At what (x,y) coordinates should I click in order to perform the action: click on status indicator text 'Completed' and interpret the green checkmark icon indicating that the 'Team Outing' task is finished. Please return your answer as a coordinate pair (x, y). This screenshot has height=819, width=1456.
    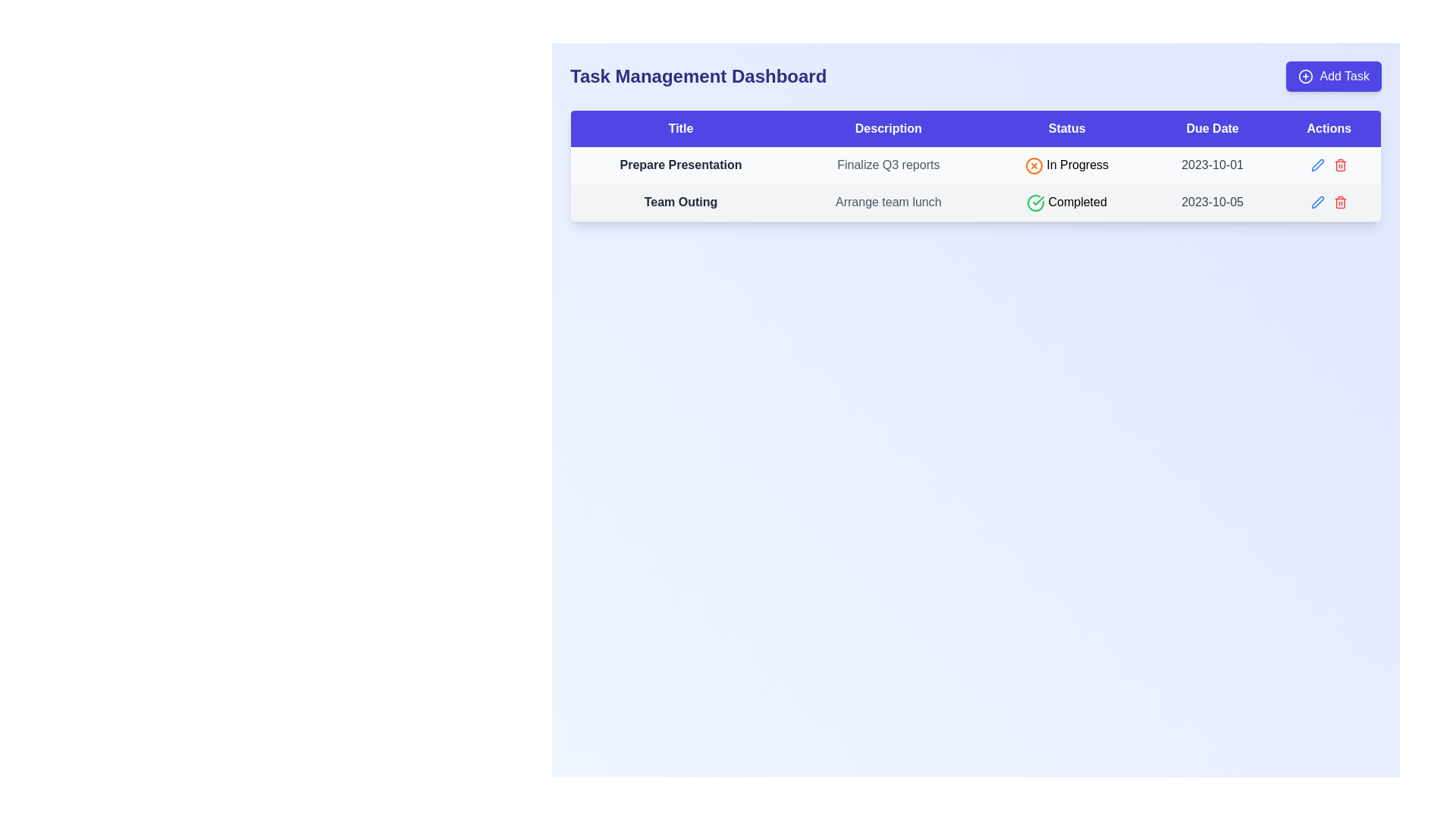
    Looking at the image, I should click on (1066, 202).